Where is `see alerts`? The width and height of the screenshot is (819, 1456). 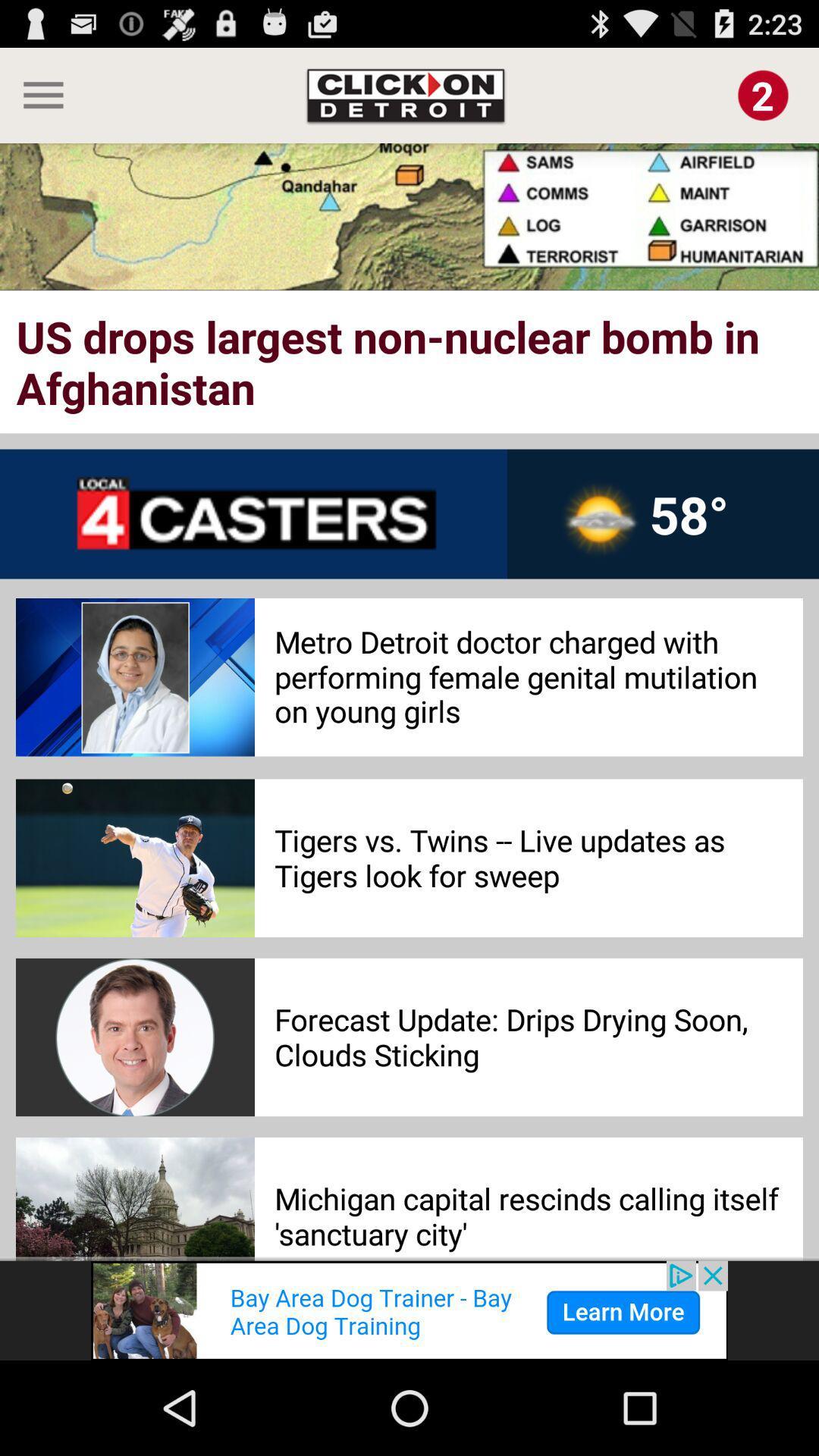 see alerts is located at coordinates (763, 94).